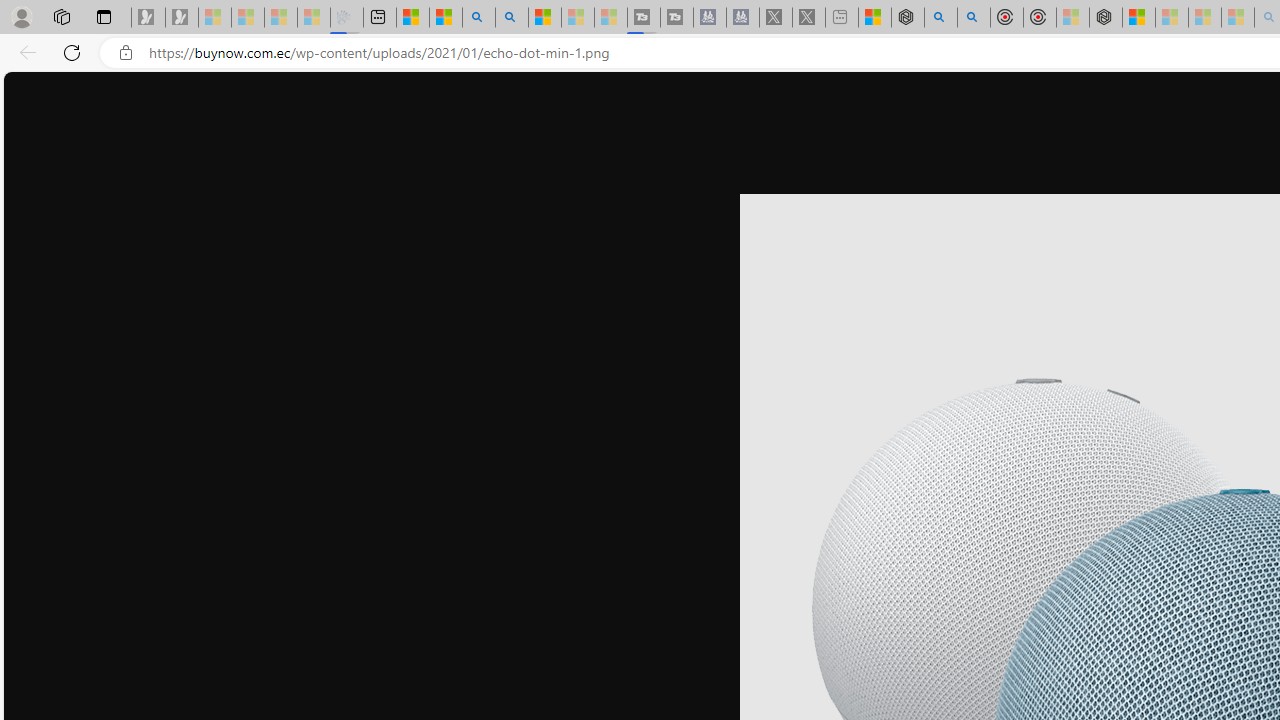  What do you see at coordinates (907, 17) in the screenshot?
I see `'Nordace - Summer Adventures 2024'` at bounding box center [907, 17].